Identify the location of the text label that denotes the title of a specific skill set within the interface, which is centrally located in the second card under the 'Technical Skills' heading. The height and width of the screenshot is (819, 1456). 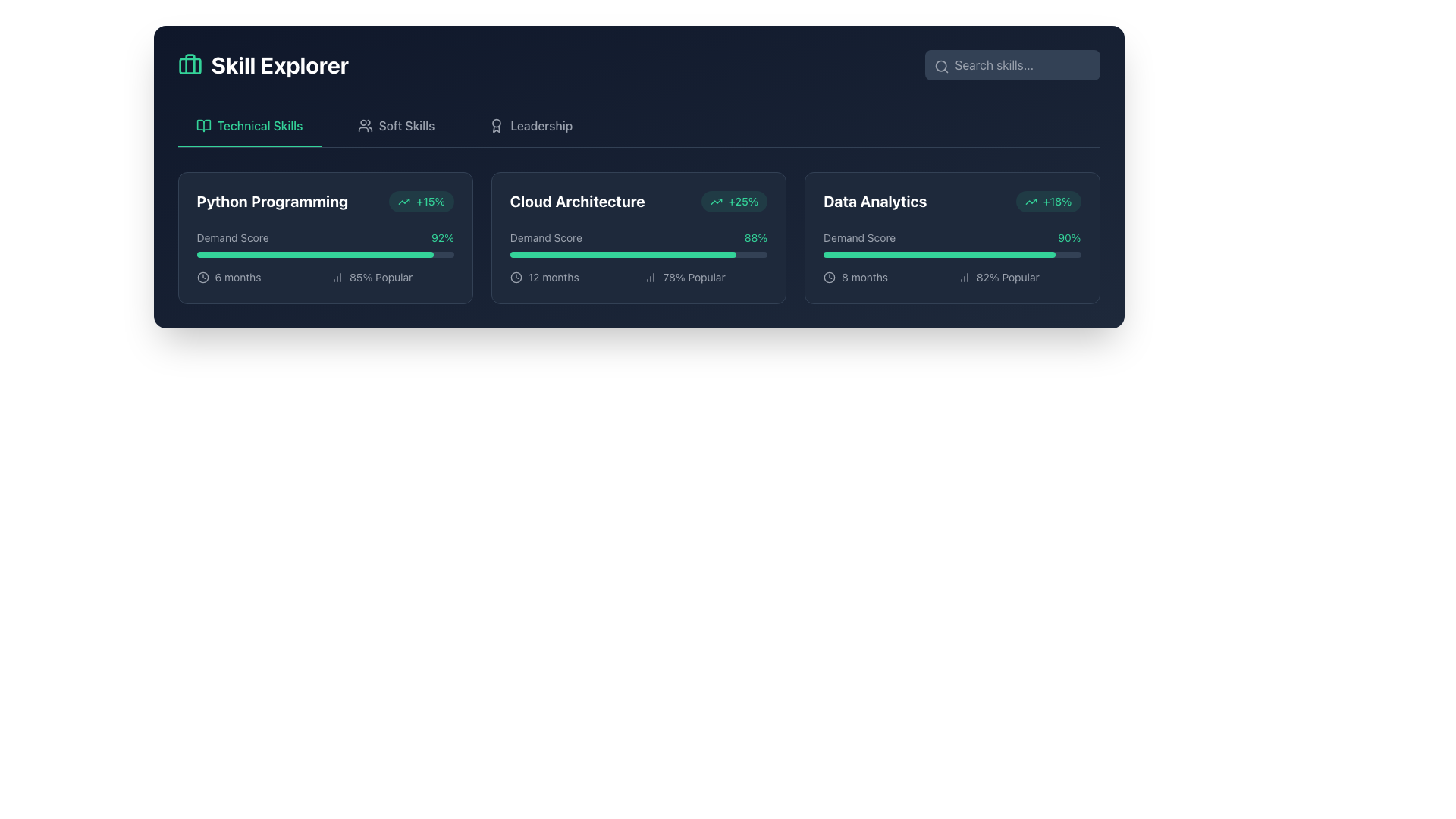
(576, 201).